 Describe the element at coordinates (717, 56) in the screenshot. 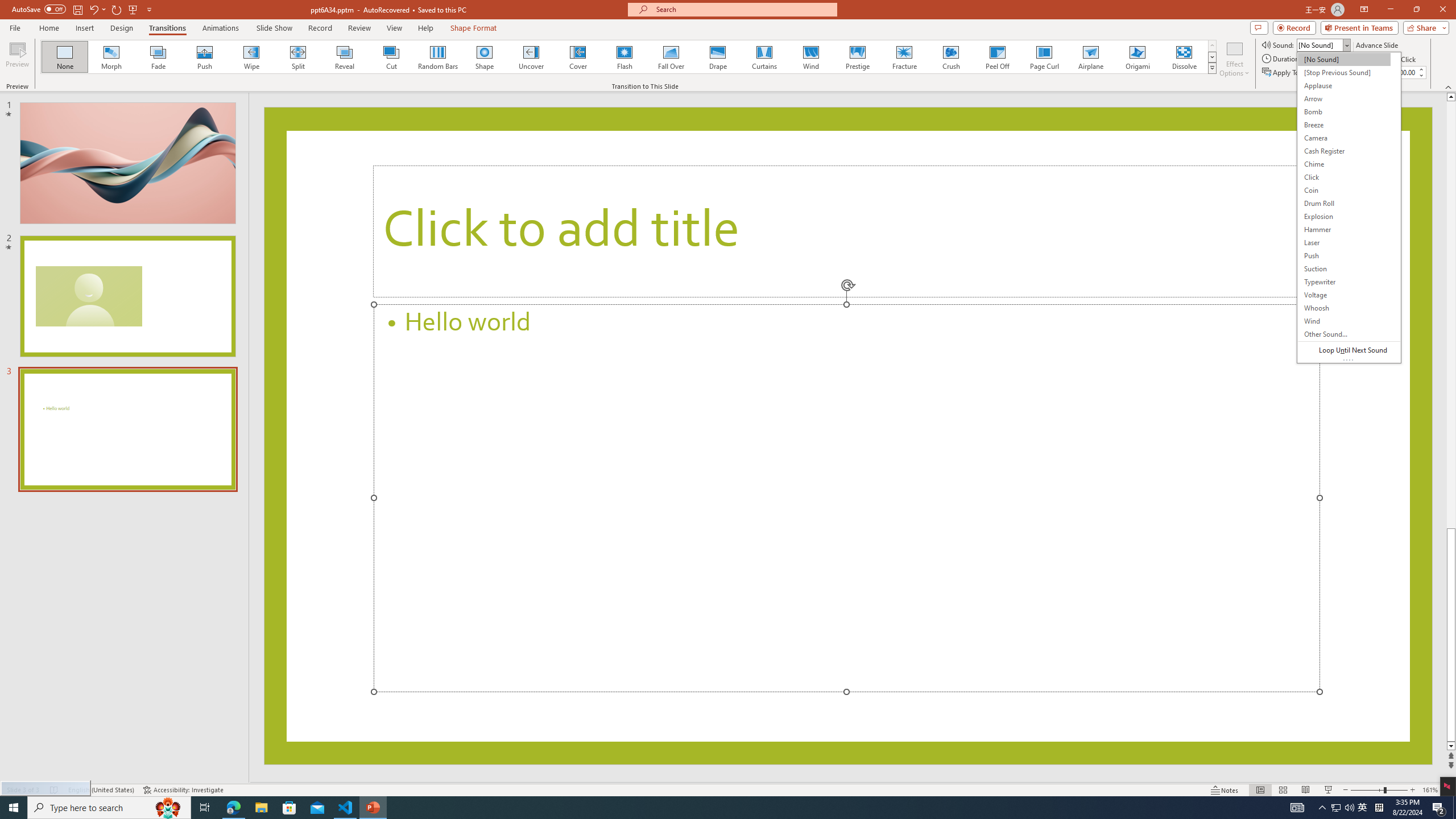

I see `'Drape'` at that location.